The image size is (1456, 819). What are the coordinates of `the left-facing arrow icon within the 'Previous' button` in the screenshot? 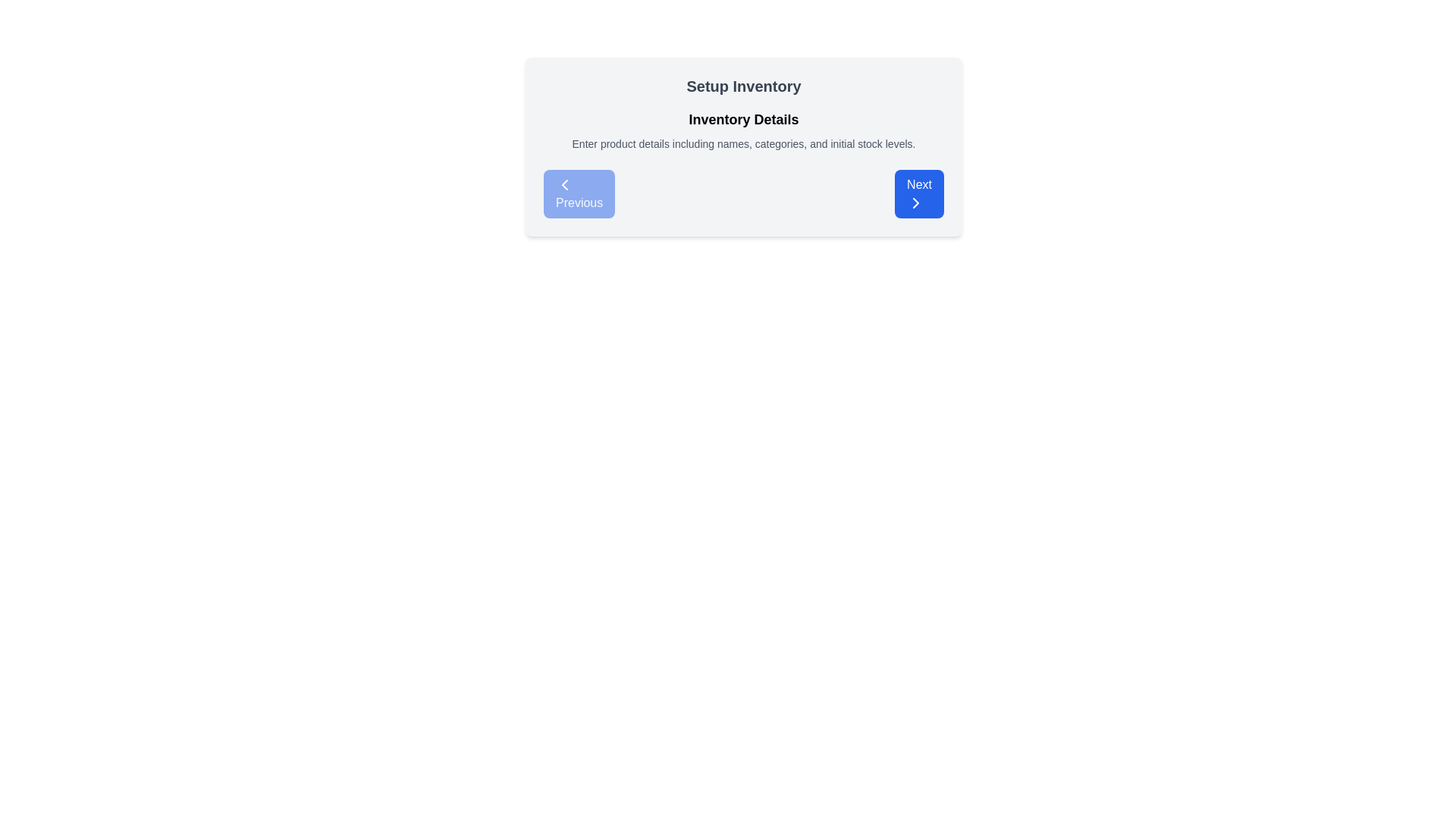 It's located at (563, 184).